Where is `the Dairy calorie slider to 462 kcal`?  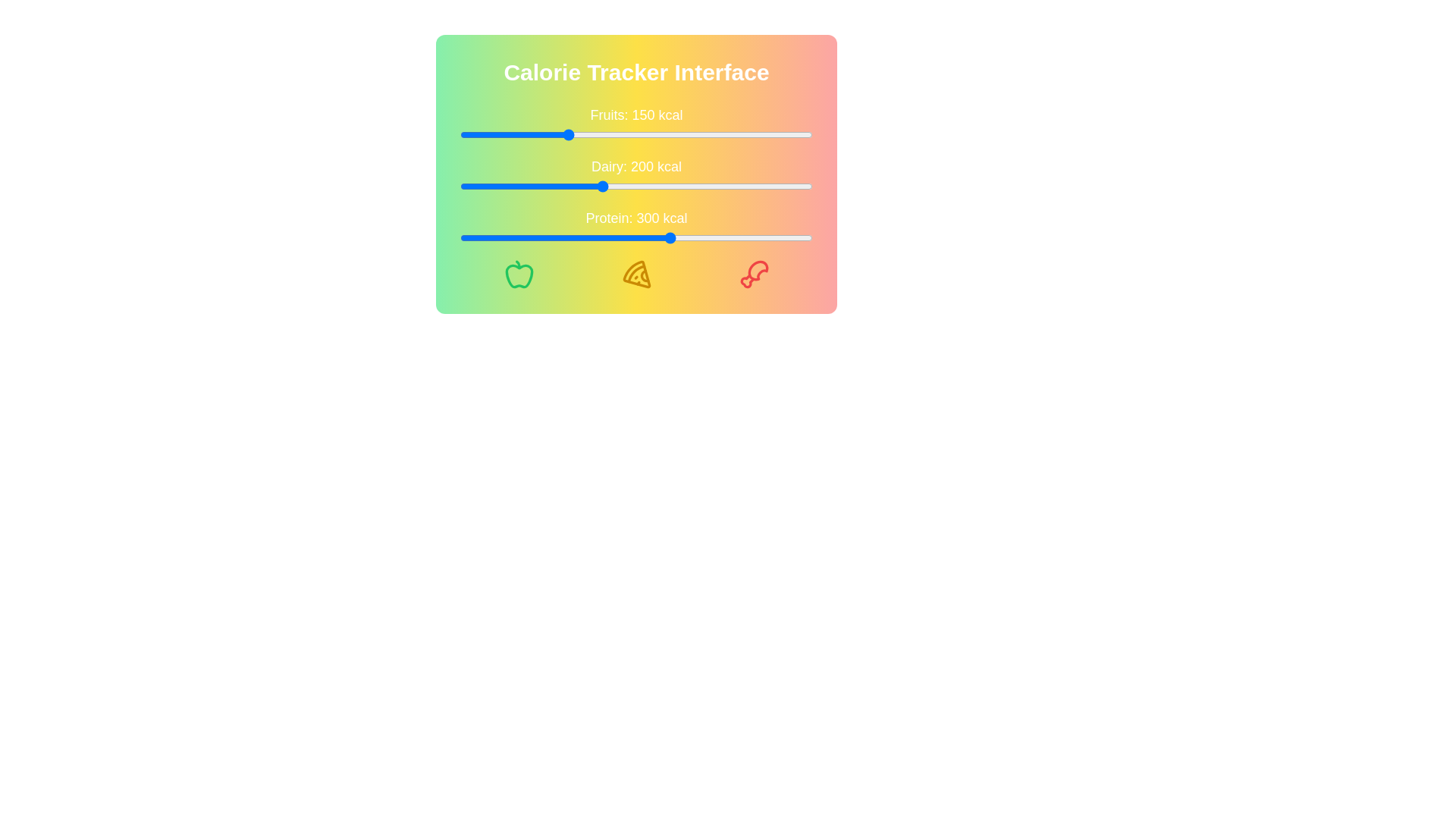
the Dairy calorie slider to 462 kcal is located at coordinates (786, 186).